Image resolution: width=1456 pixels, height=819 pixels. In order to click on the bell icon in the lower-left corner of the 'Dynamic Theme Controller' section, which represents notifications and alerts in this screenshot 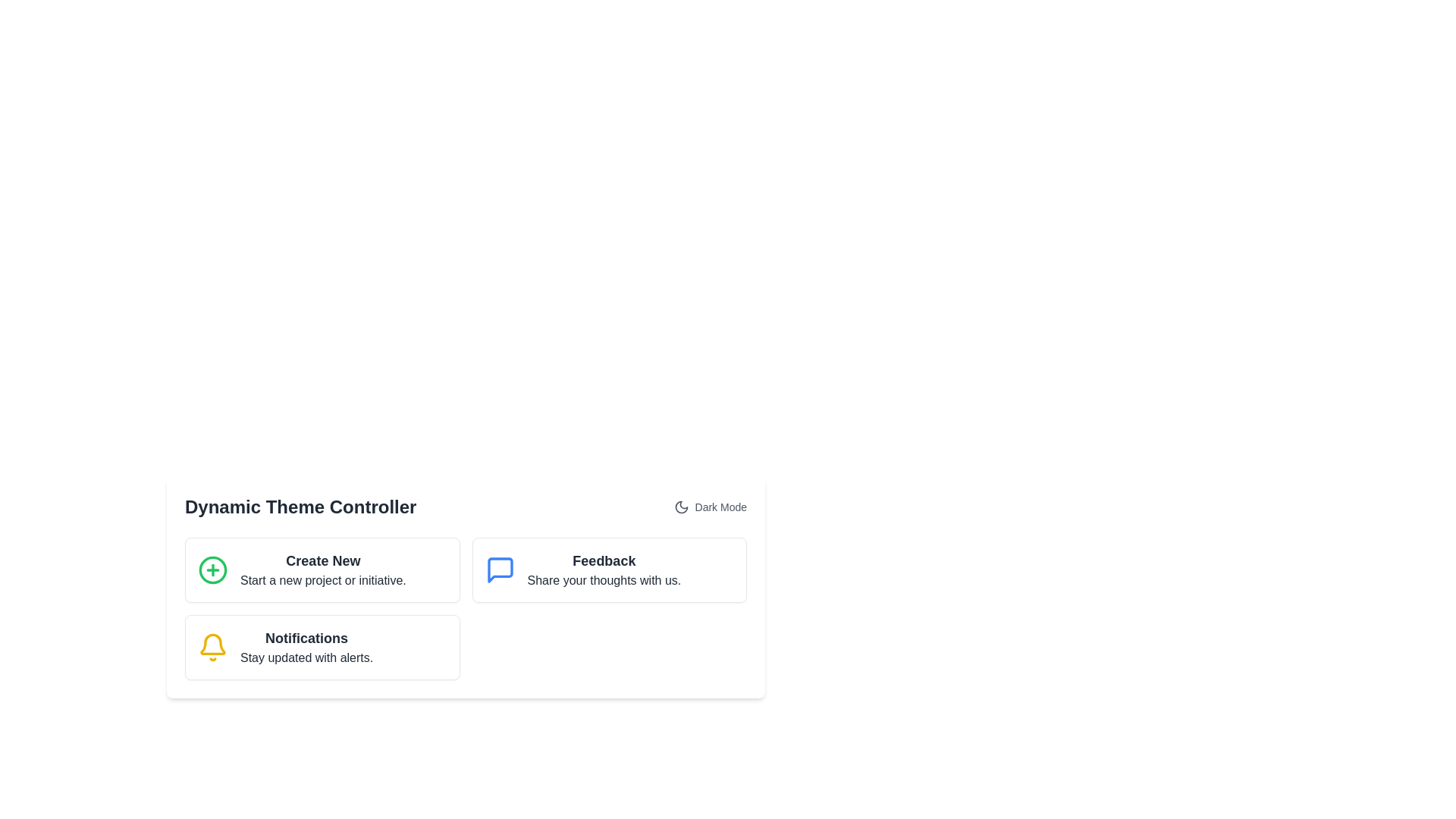, I will do `click(212, 647)`.